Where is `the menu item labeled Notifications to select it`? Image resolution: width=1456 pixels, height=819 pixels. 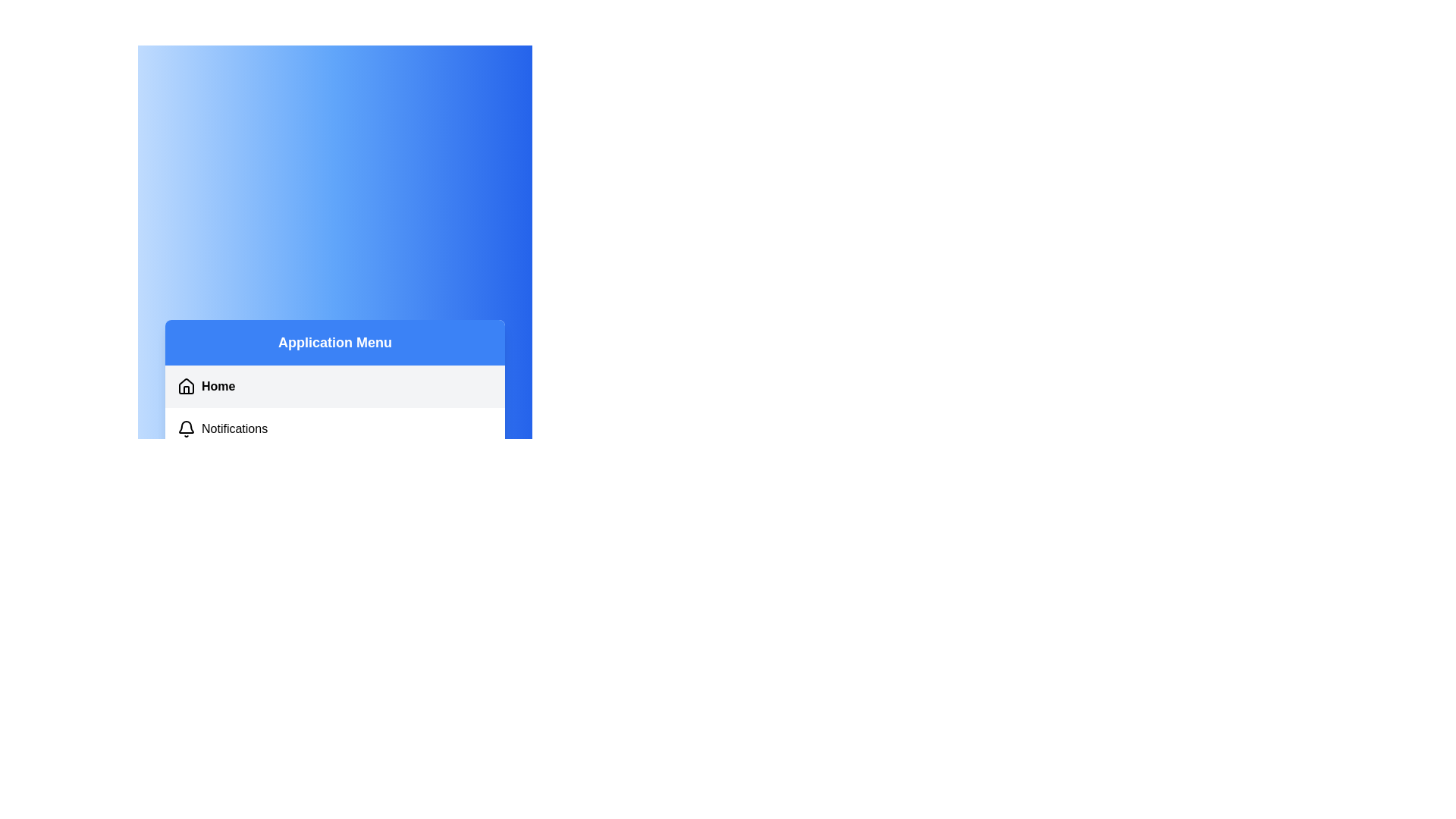
the menu item labeled Notifications to select it is located at coordinates (334, 429).